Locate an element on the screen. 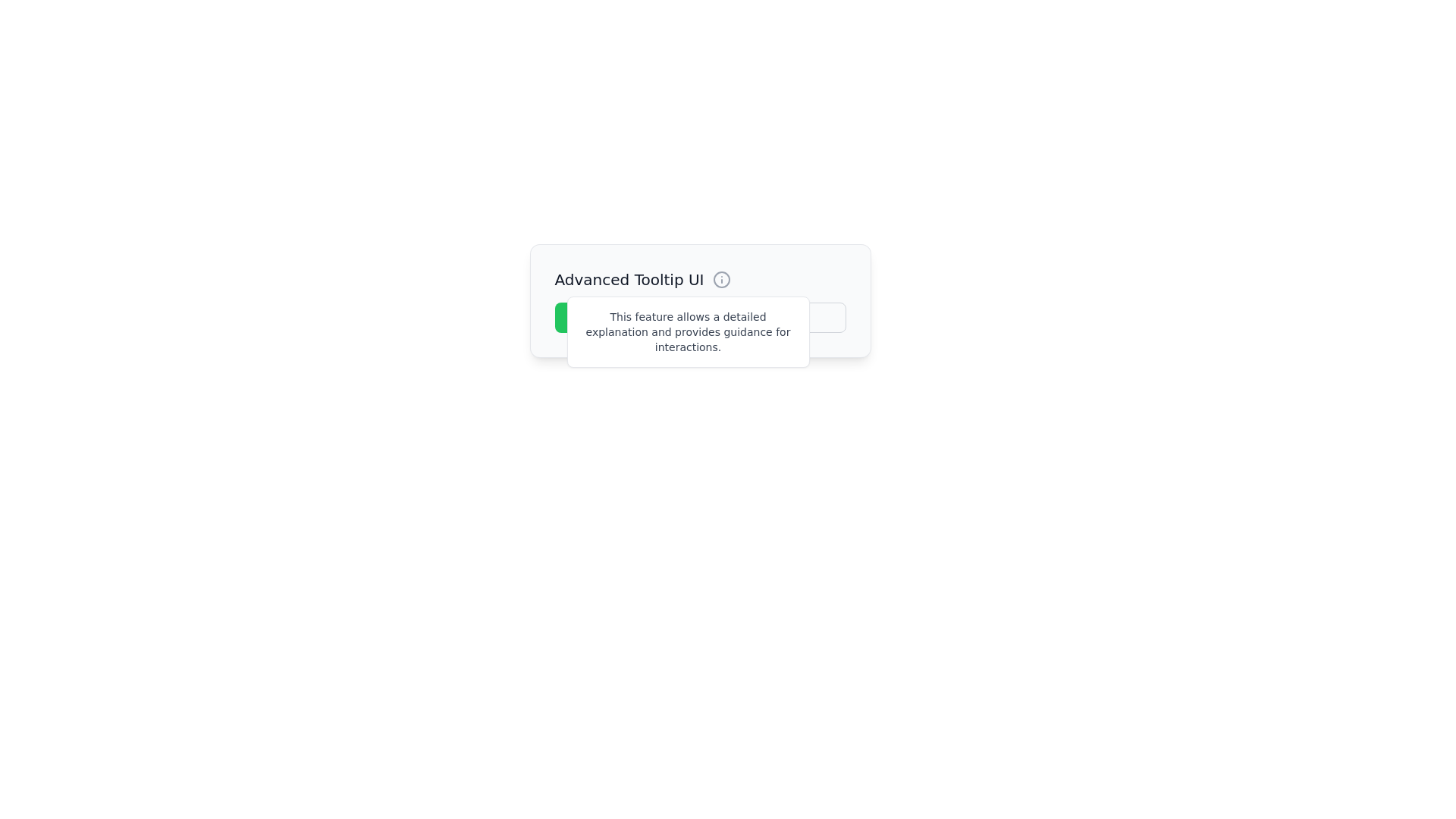 The height and width of the screenshot is (819, 1456). informational text block located centrally within the tooltip box below the 'Advanced Tooltip UI' title is located at coordinates (687, 331).